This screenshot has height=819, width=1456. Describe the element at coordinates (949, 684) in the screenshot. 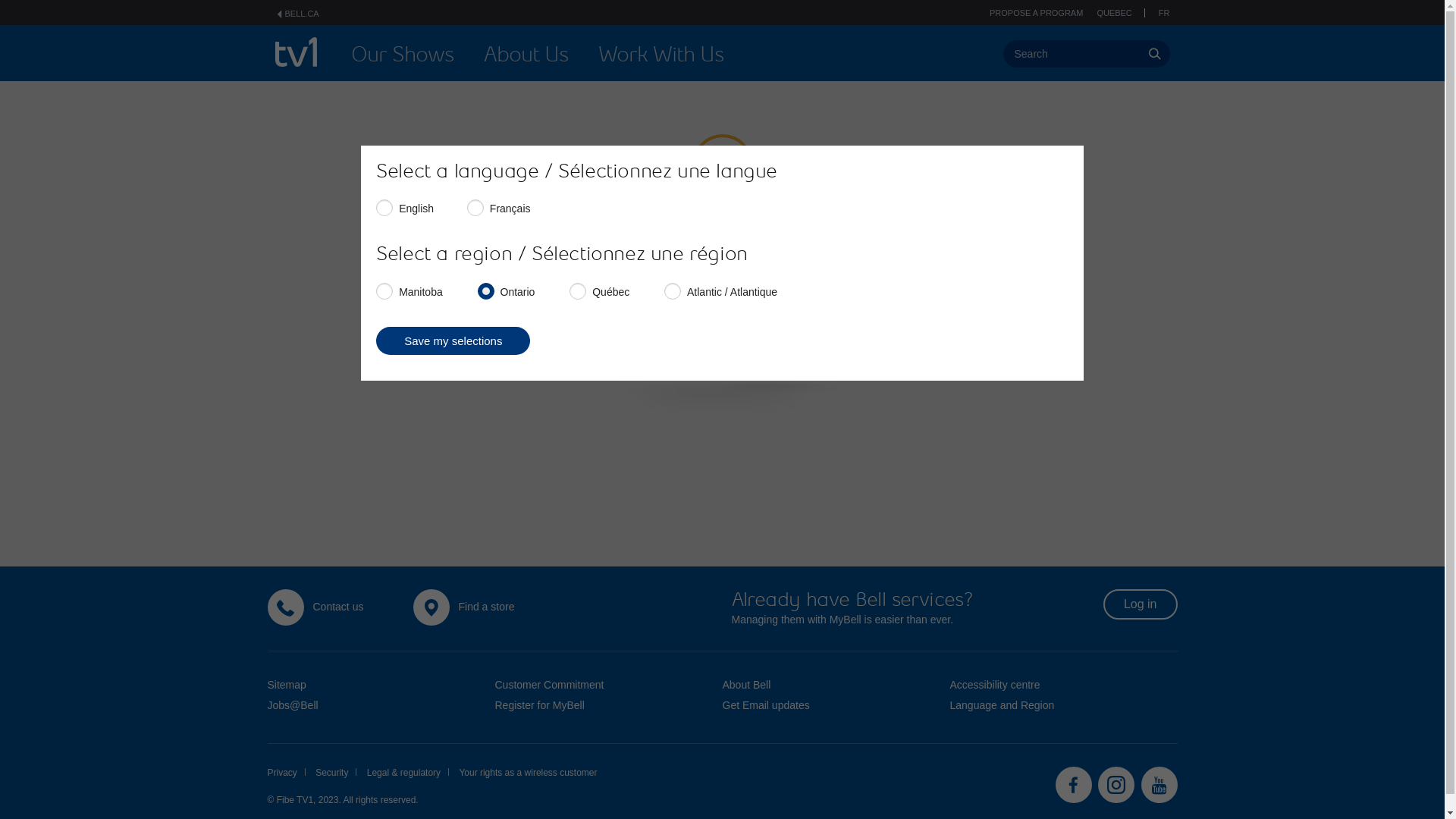

I see `'Accessibility centre'` at that location.